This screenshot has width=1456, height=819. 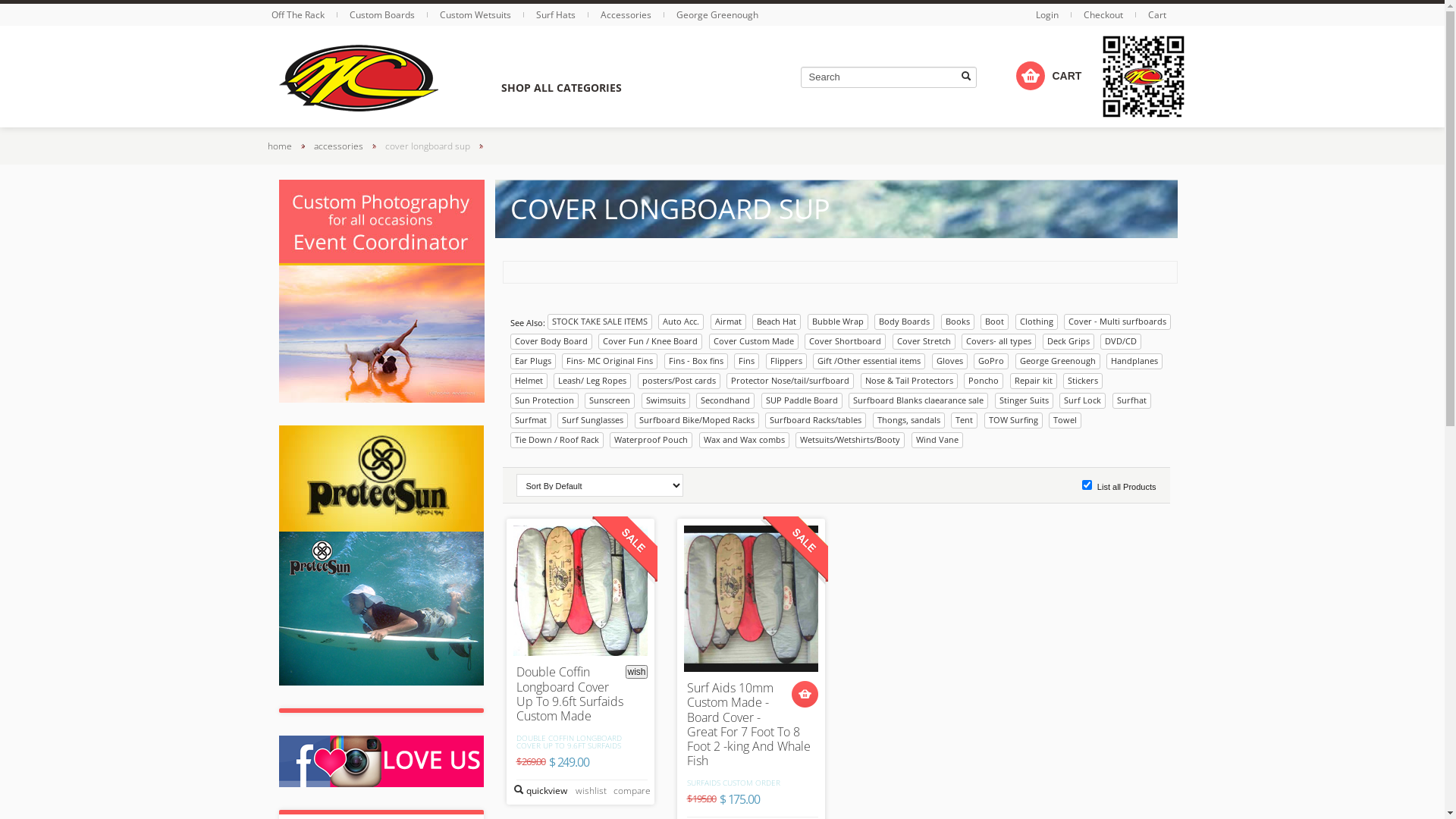 What do you see at coordinates (337, 146) in the screenshot?
I see `'accessories'` at bounding box center [337, 146].